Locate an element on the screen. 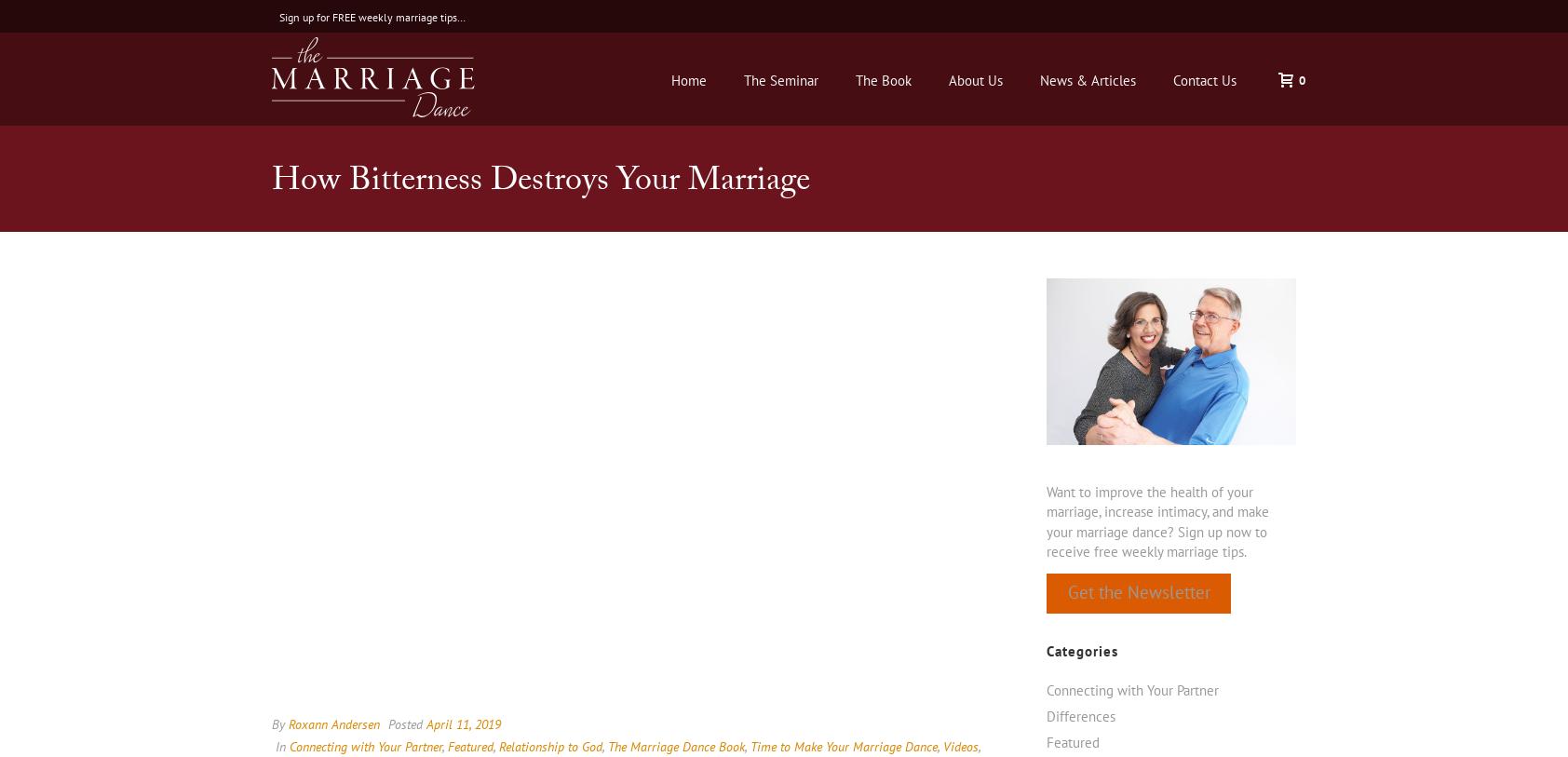 Image resolution: width=1568 pixels, height=757 pixels. 'April 11, 2019' is located at coordinates (426, 723).